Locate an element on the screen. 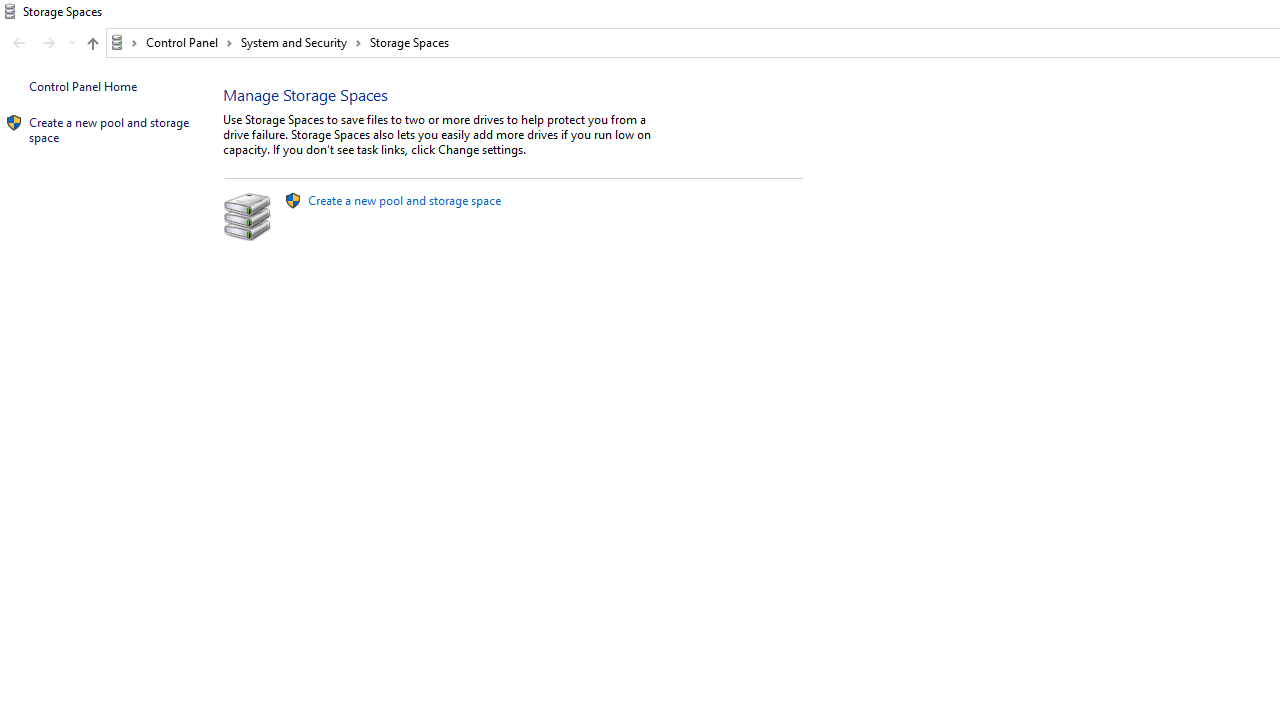 The width and height of the screenshot is (1280, 720). 'Recent locations' is located at coordinates (71, 43).